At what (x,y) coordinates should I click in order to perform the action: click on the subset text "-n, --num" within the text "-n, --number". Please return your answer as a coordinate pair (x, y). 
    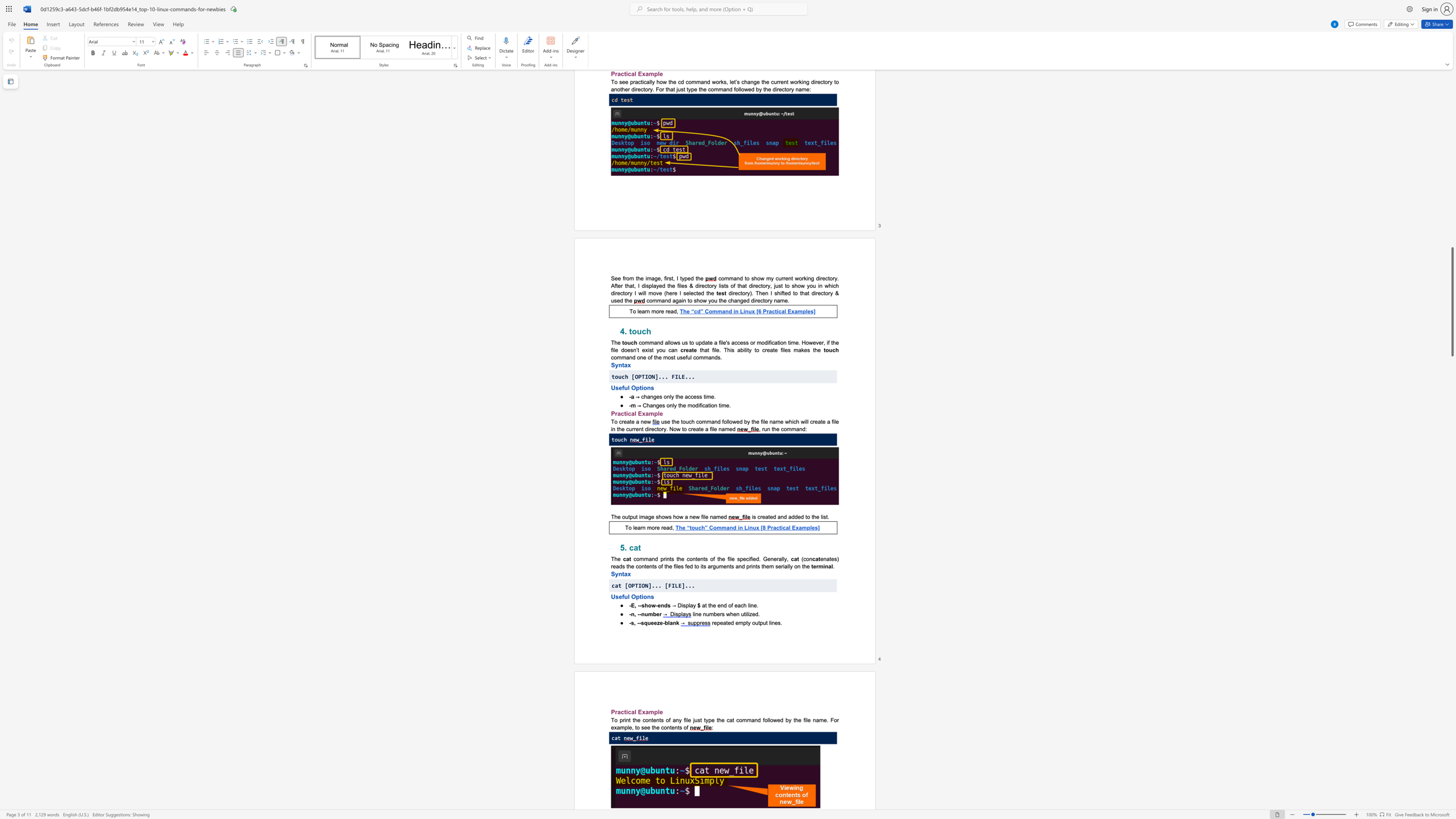
    Looking at the image, I should click on (629, 614).